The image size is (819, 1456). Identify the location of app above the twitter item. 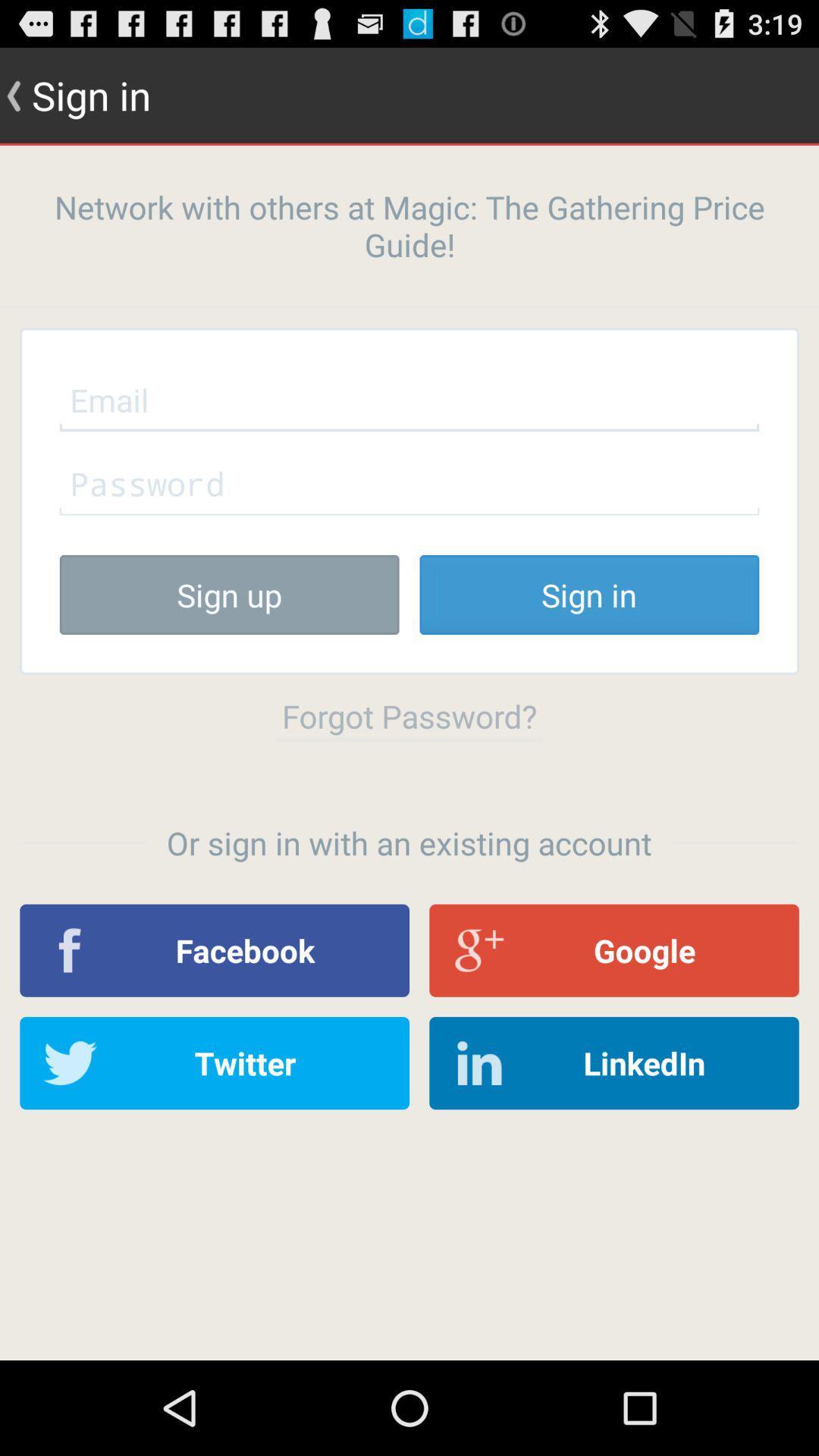
(215, 949).